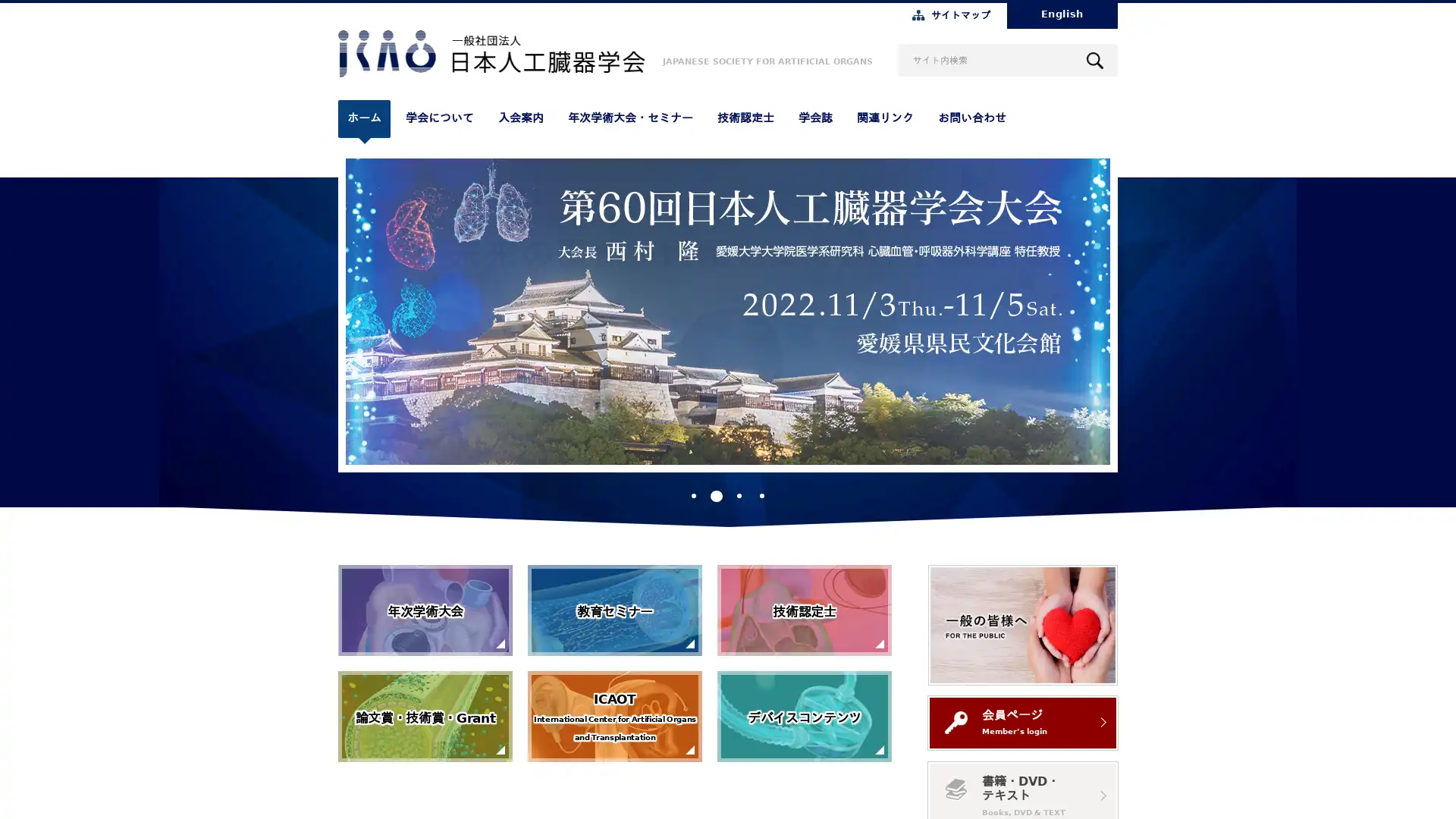 This screenshot has height=819, width=1456. What do you see at coordinates (1095, 59) in the screenshot?
I see `Search` at bounding box center [1095, 59].